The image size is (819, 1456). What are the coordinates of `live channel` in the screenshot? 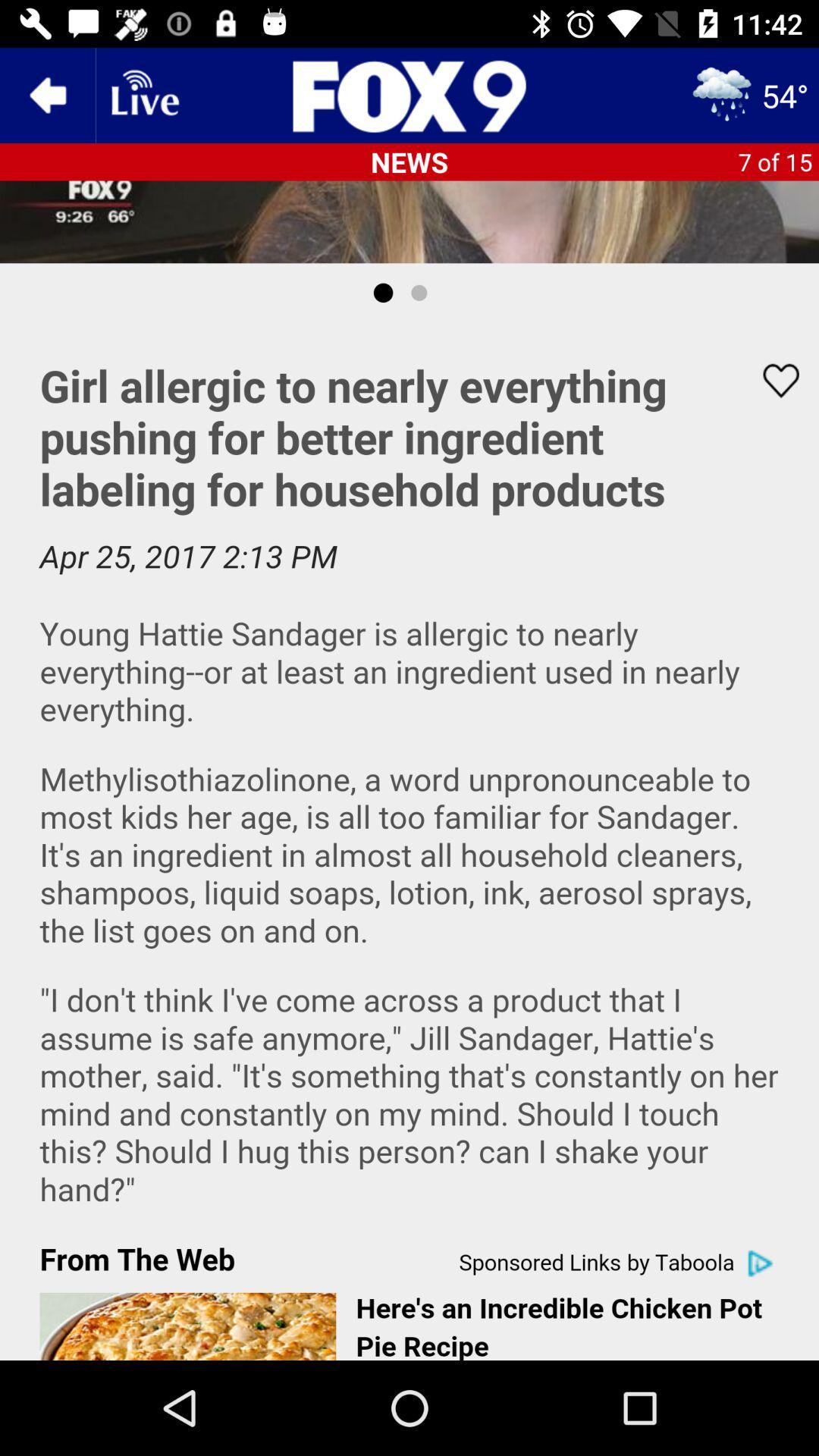 It's located at (143, 94).